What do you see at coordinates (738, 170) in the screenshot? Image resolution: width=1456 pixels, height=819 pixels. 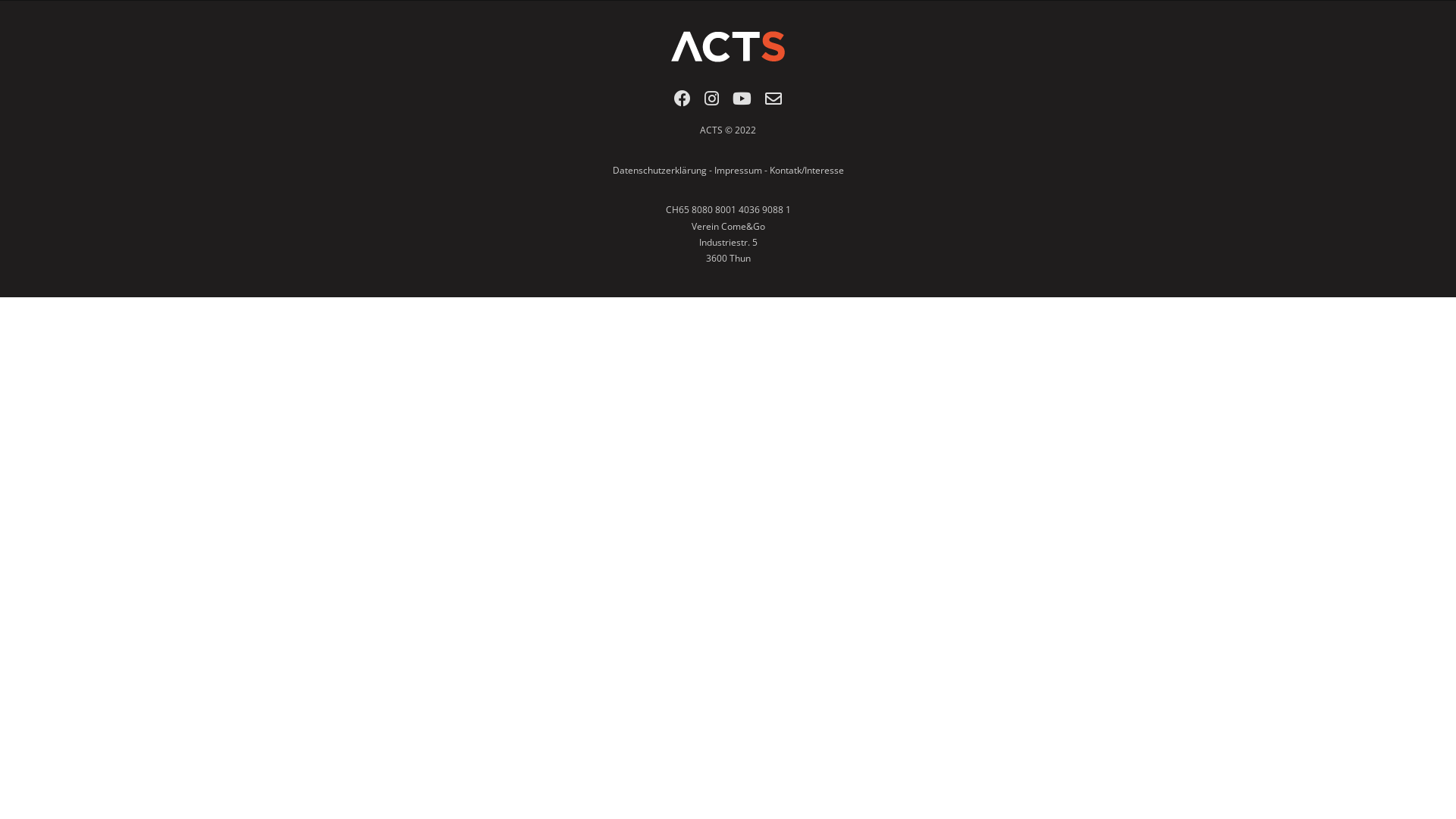 I see `'Impressum'` at bounding box center [738, 170].